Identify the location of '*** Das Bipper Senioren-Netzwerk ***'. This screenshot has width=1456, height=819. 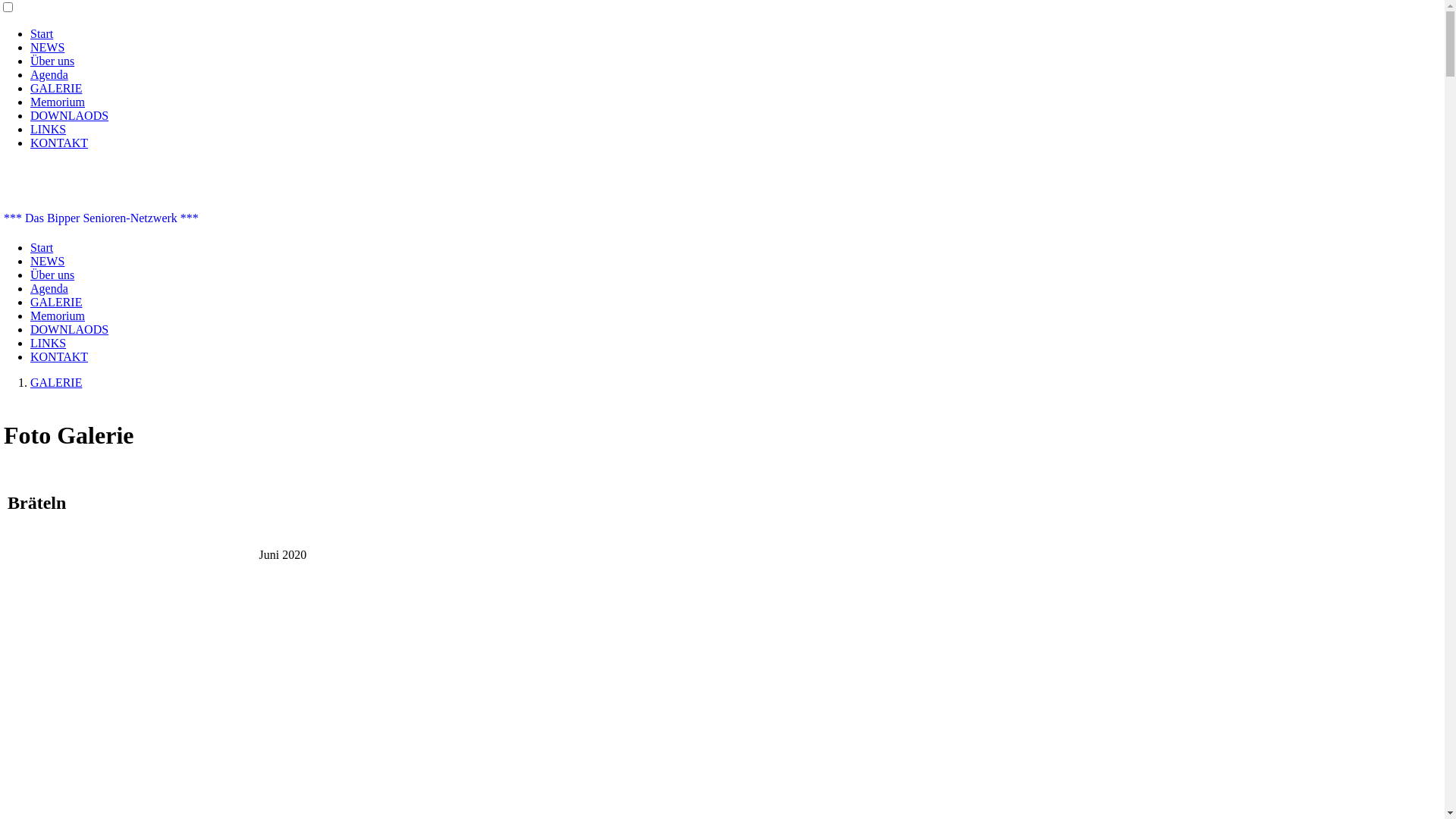
(100, 218).